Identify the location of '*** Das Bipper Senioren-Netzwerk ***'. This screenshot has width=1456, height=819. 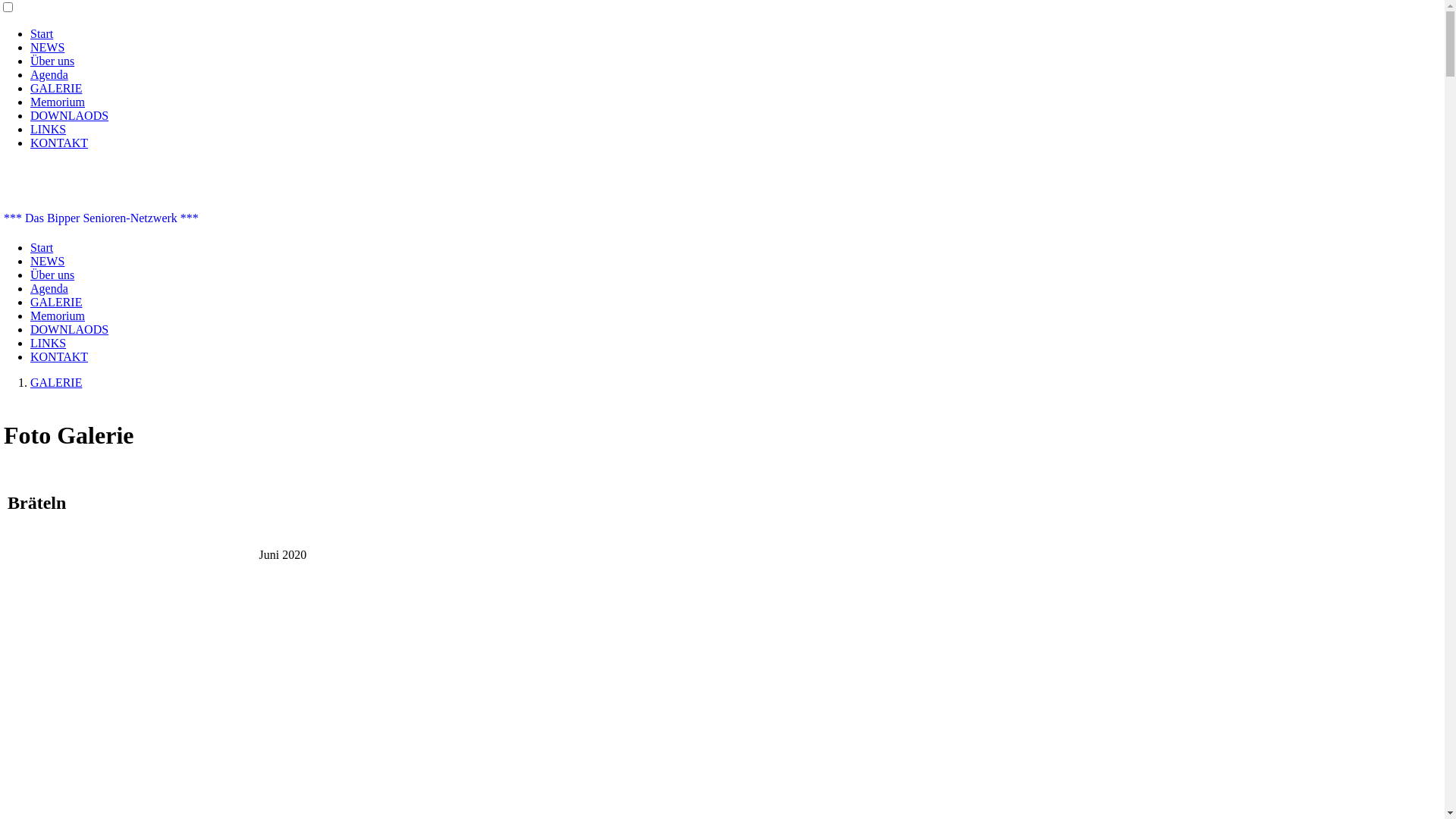
(100, 218).